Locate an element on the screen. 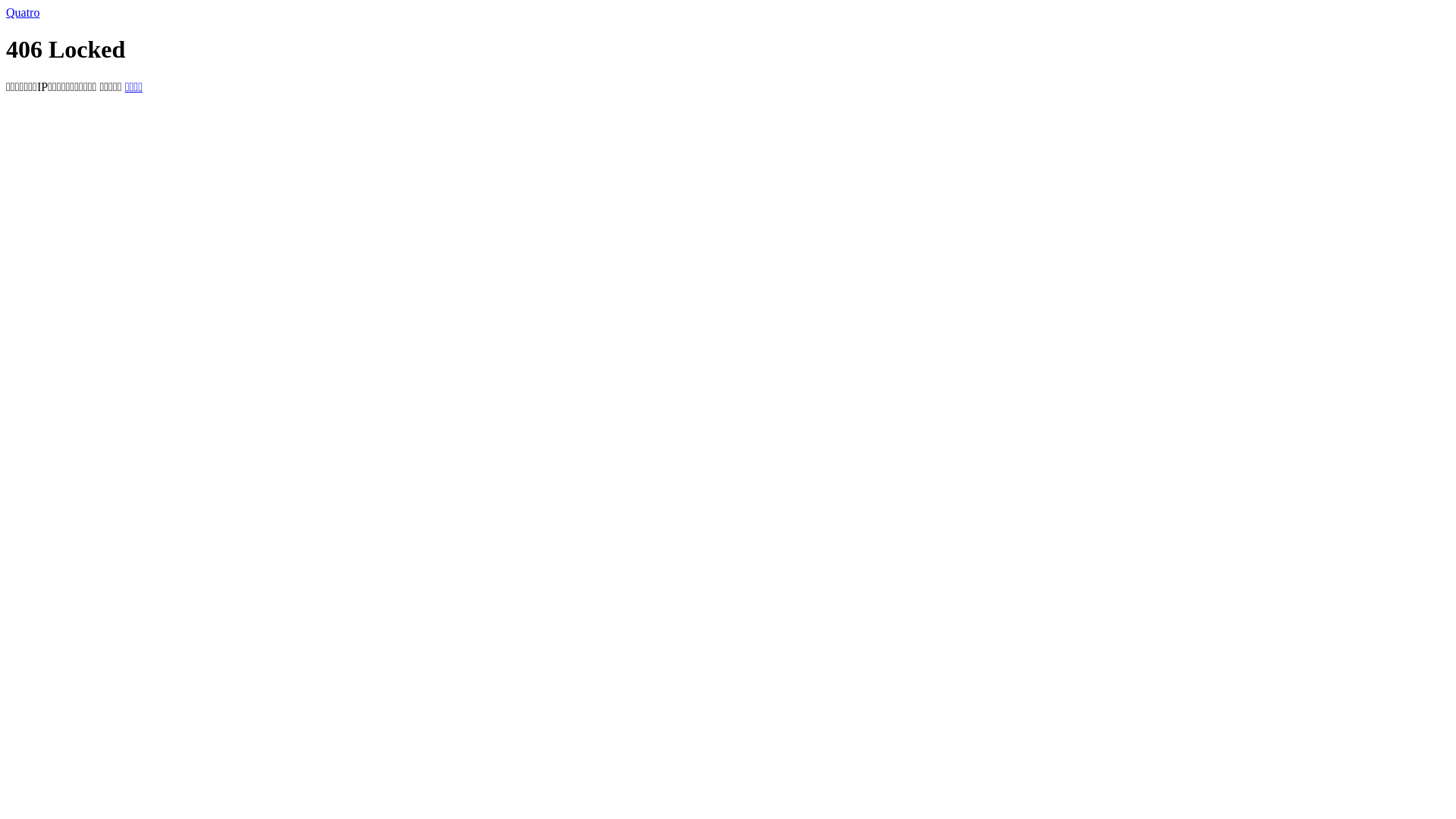 The image size is (1456, 819). 'Quatro' is located at coordinates (6, 12).